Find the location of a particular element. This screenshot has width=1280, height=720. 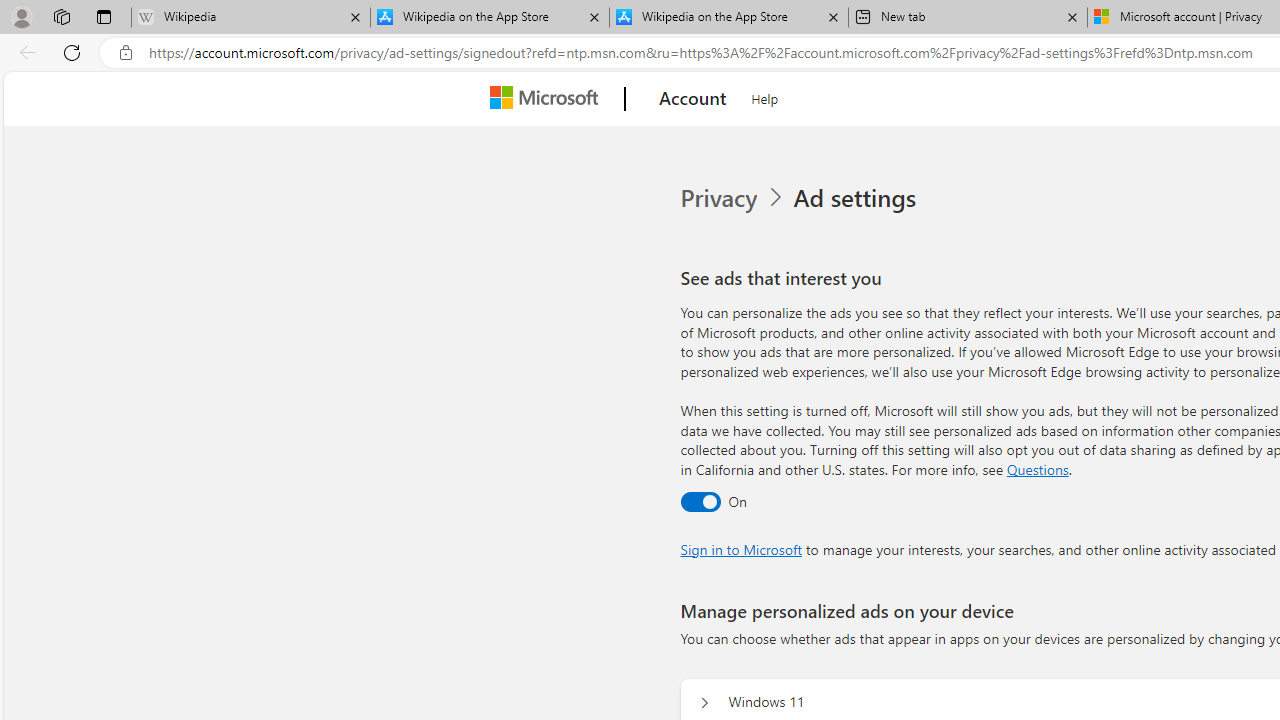

'Account' is located at coordinates (693, 99).